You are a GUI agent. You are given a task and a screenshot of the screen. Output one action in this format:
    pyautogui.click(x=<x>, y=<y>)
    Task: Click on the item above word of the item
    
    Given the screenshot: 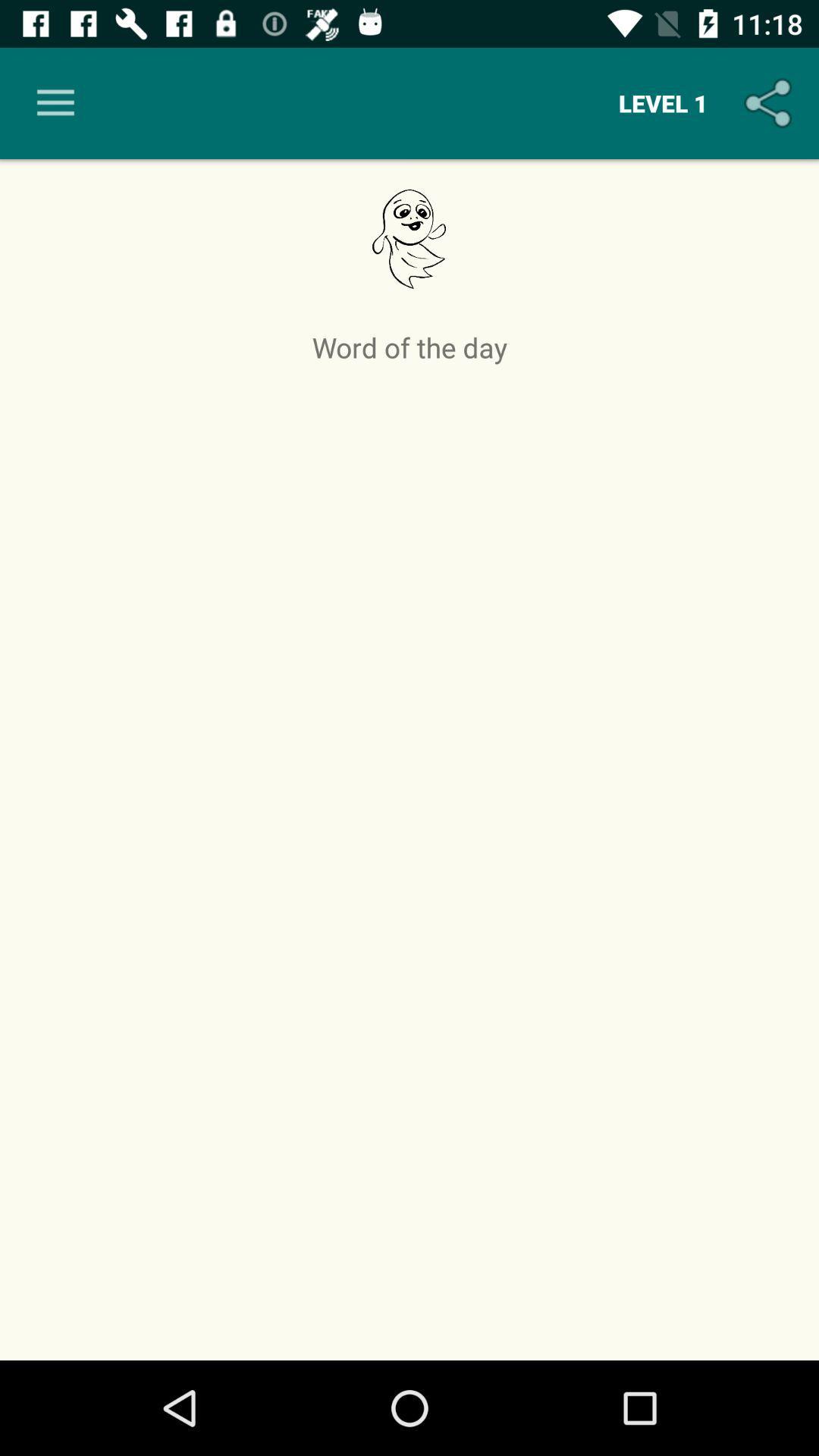 What is the action you would take?
    pyautogui.click(x=662, y=102)
    